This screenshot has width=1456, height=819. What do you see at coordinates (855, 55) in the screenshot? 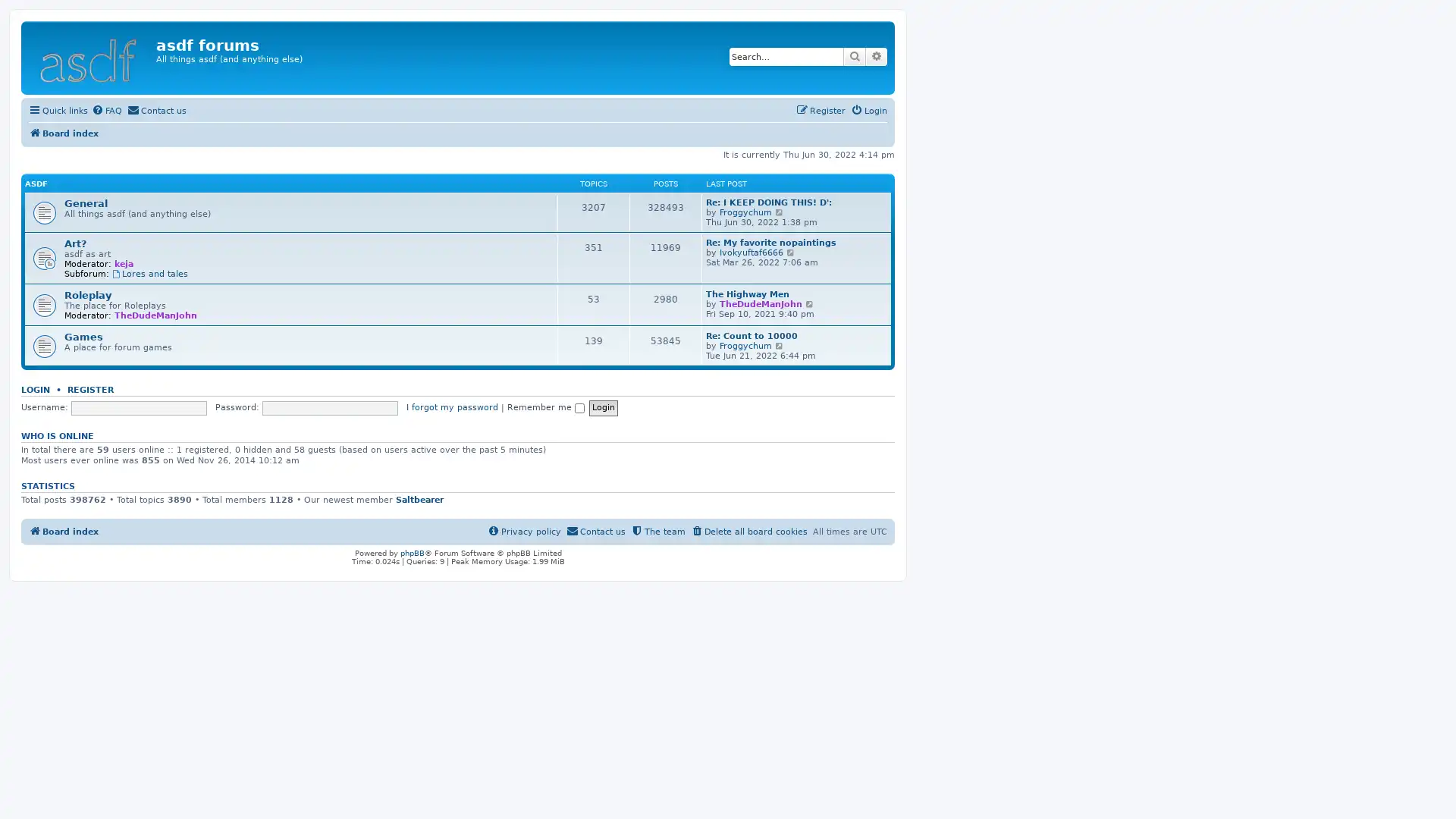
I see `Search` at bounding box center [855, 55].